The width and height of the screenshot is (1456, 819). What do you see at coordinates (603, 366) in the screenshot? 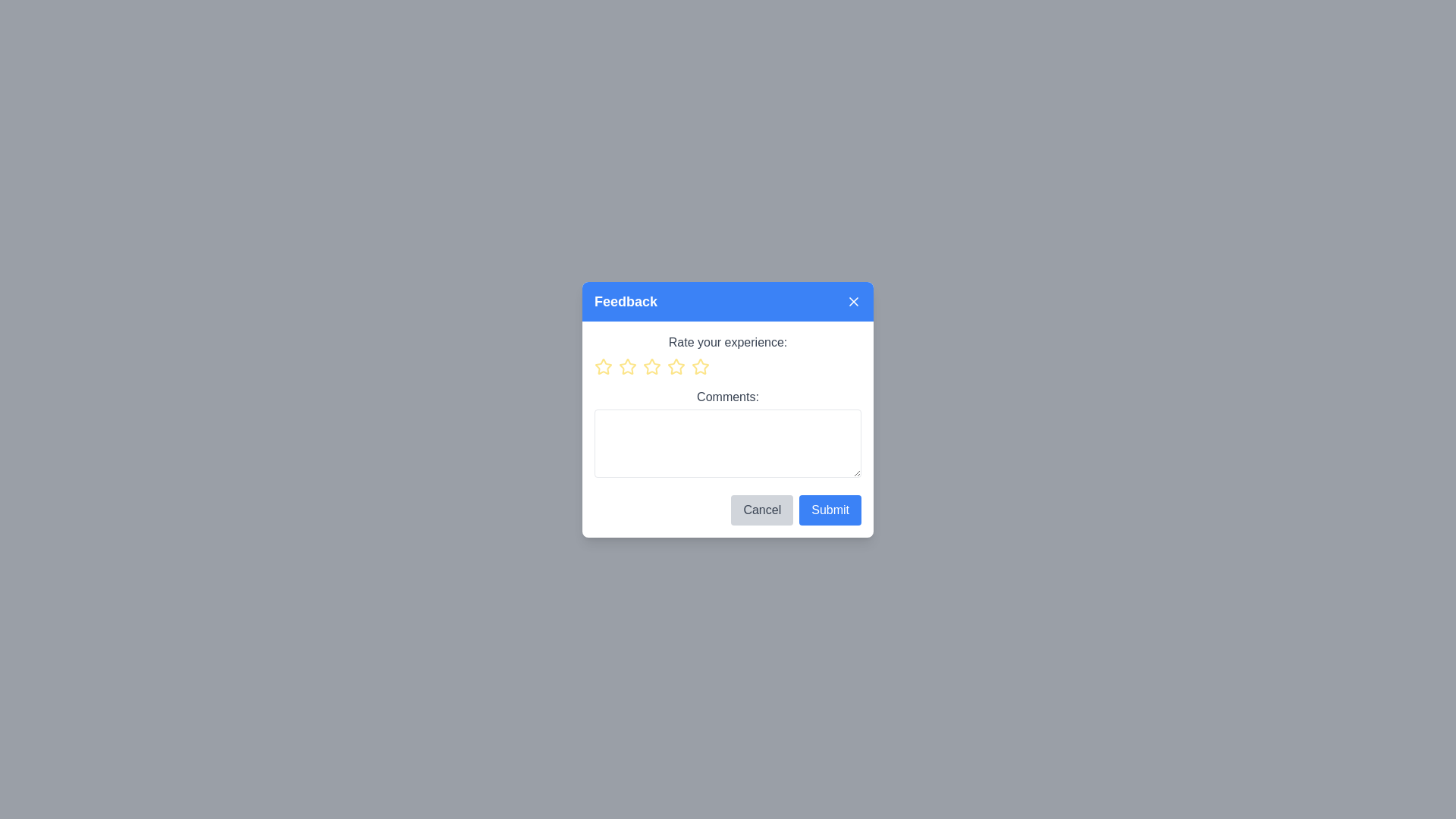
I see `the star-shaped icon with a yellow outline and white fill` at bounding box center [603, 366].